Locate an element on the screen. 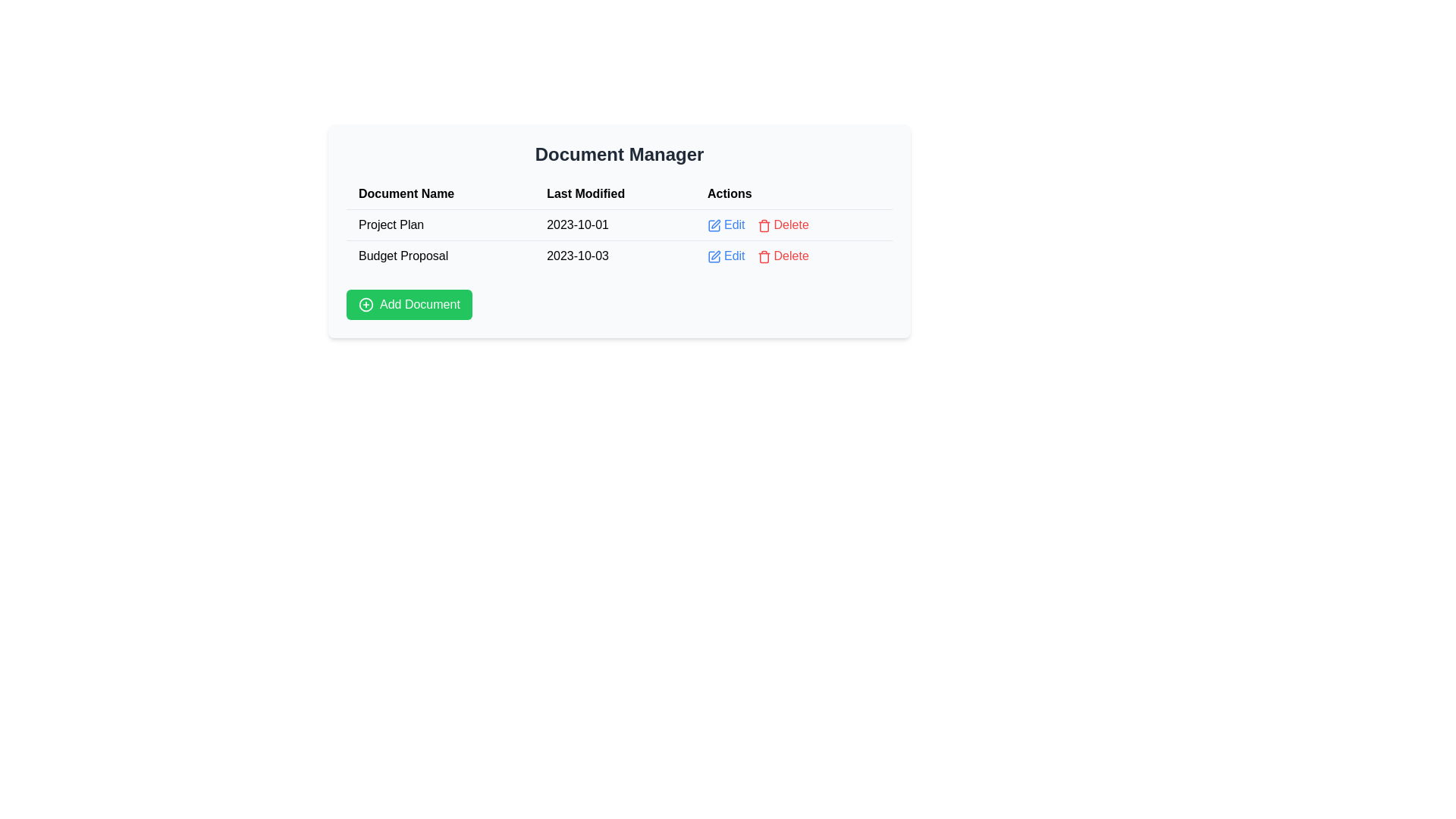 This screenshot has width=1456, height=819. the edit icon located in the first row of the 'Actions' column in the table to initiate an edit action for the respective document entry is located at coordinates (715, 224).